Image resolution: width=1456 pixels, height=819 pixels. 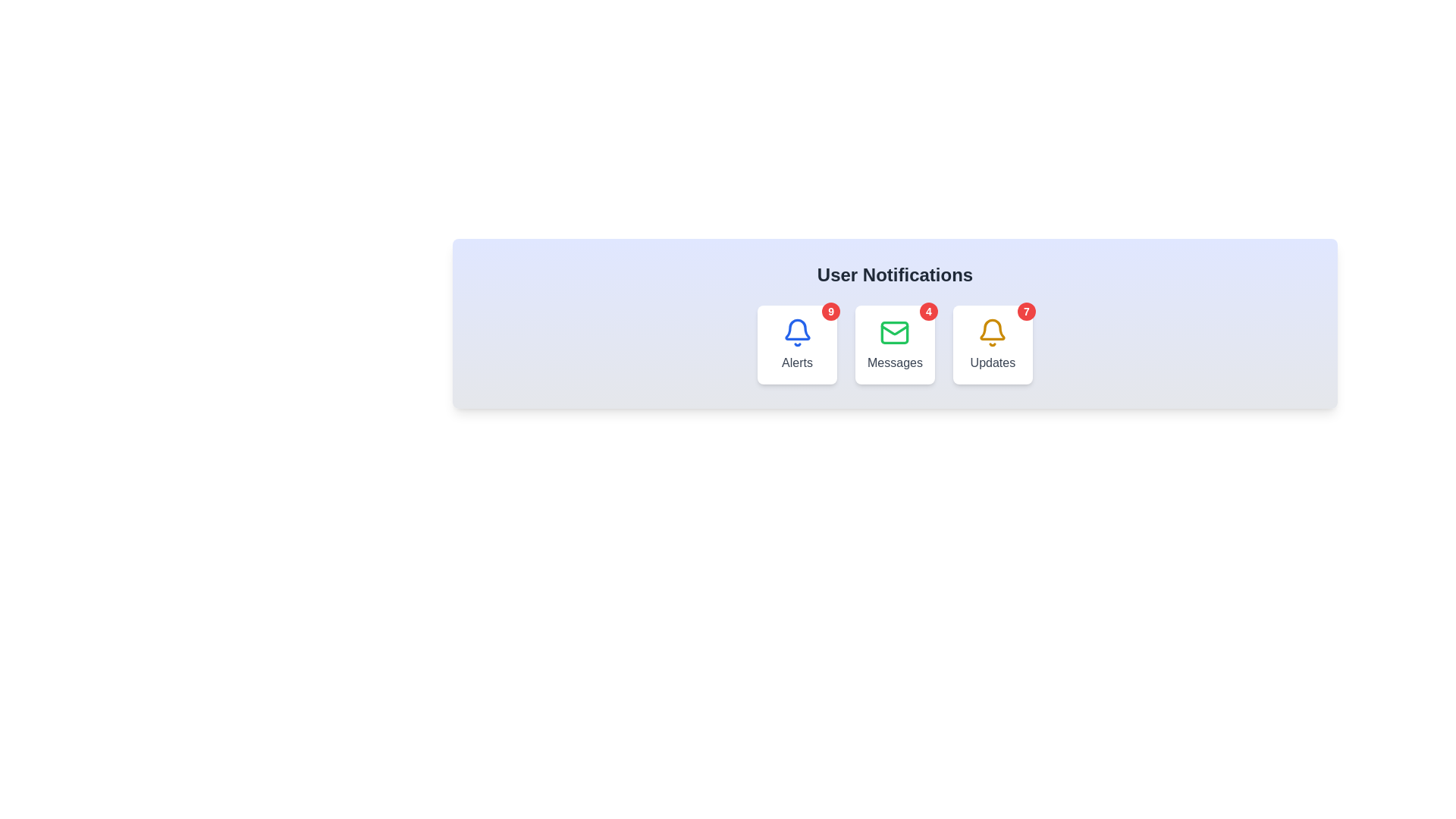 I want to click on the Notification Count Badge, which is a circular badge with a red background displaying the number '9' in bold white text, located at the top-right corner of the 'Alerts' notification card, so click(x=830, y=311).